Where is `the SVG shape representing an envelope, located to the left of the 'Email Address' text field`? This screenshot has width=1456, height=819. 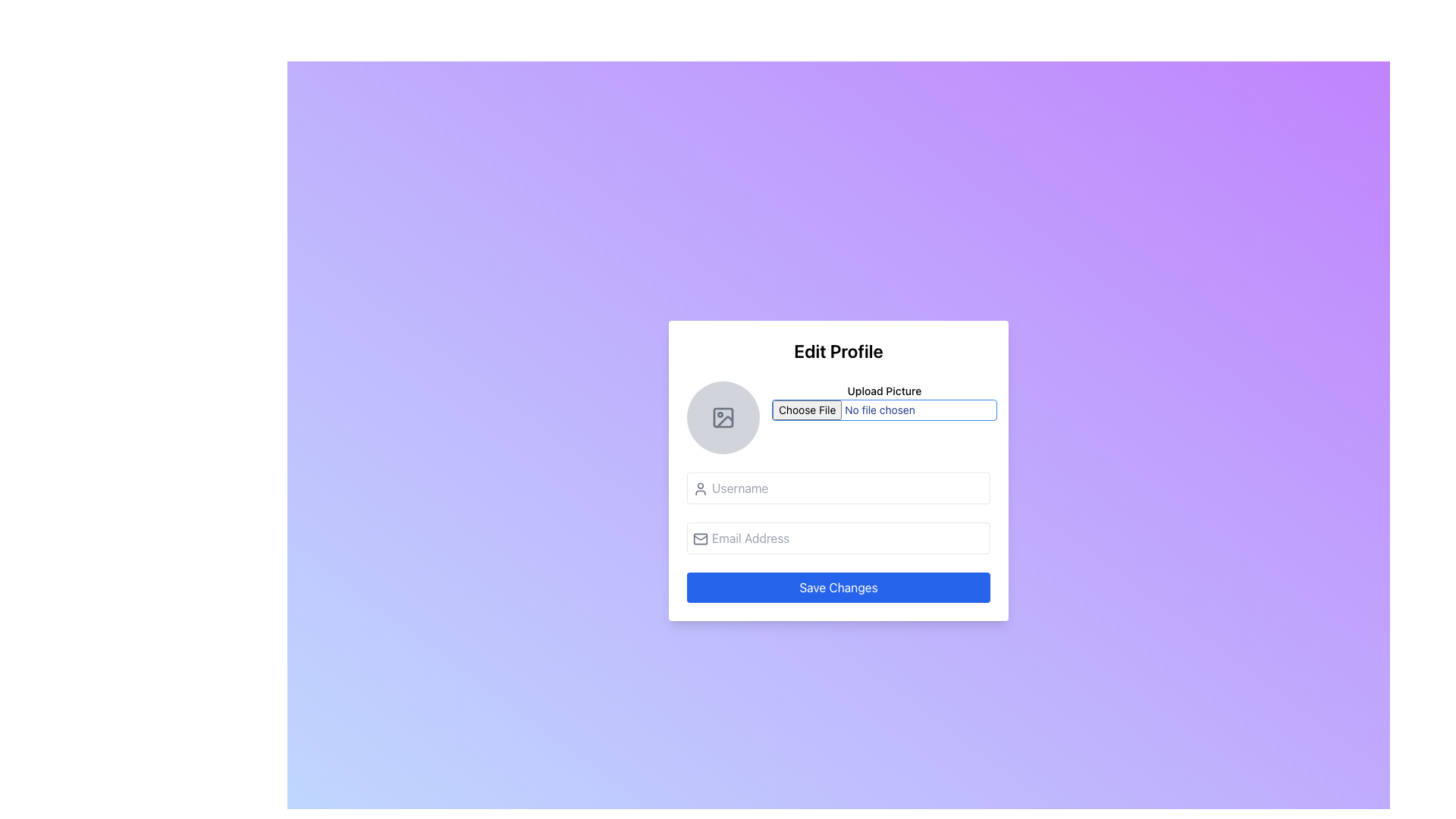 the SVG shape representing an envelope, located to the left of the 'Email Address' text field is located at coordinates (700, 538).